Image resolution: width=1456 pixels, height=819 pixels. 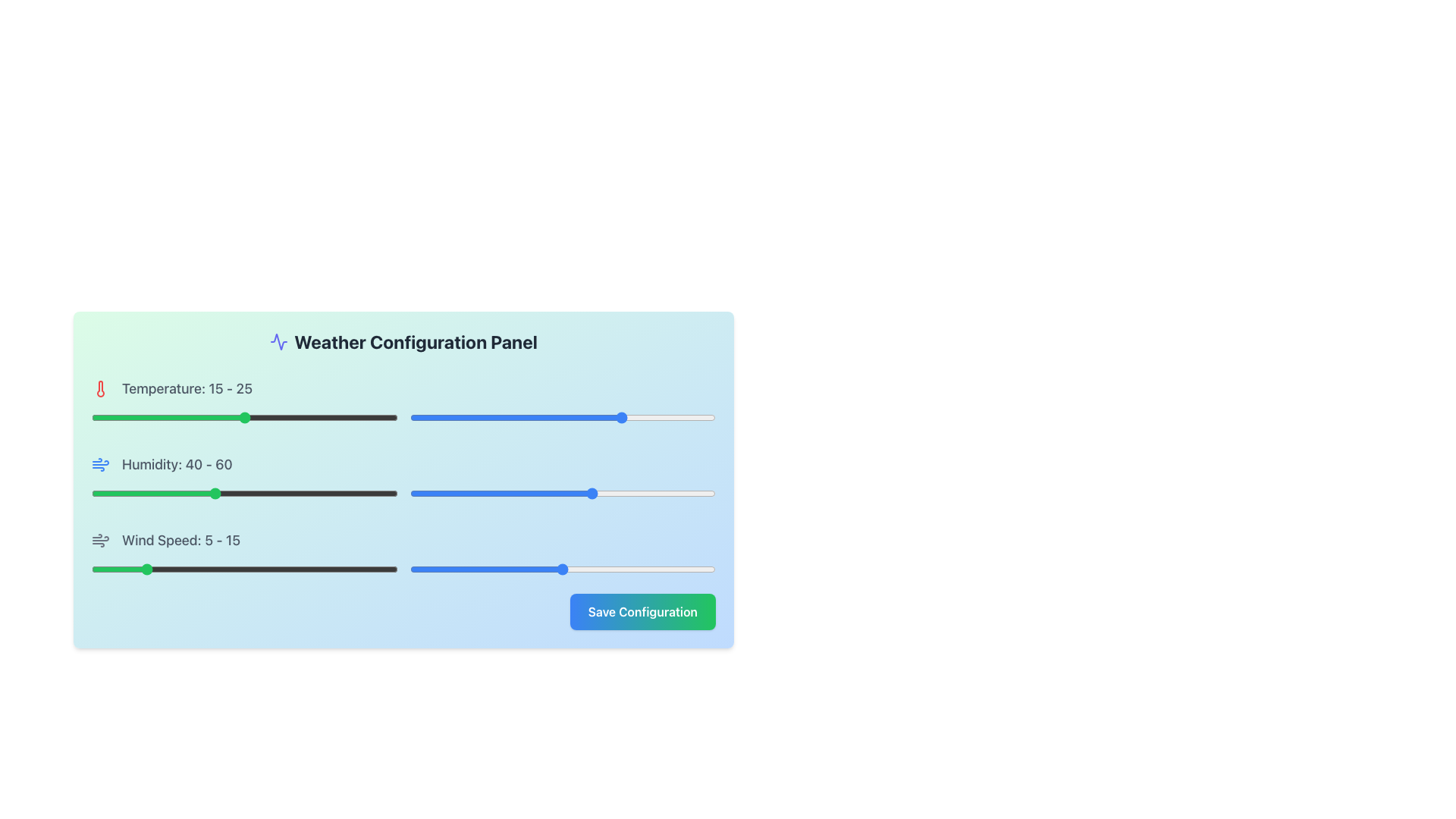 What do you see at coordinates (90, 570) in the screenshot?
I see `the wind speed` at bounding box center [90, 570].